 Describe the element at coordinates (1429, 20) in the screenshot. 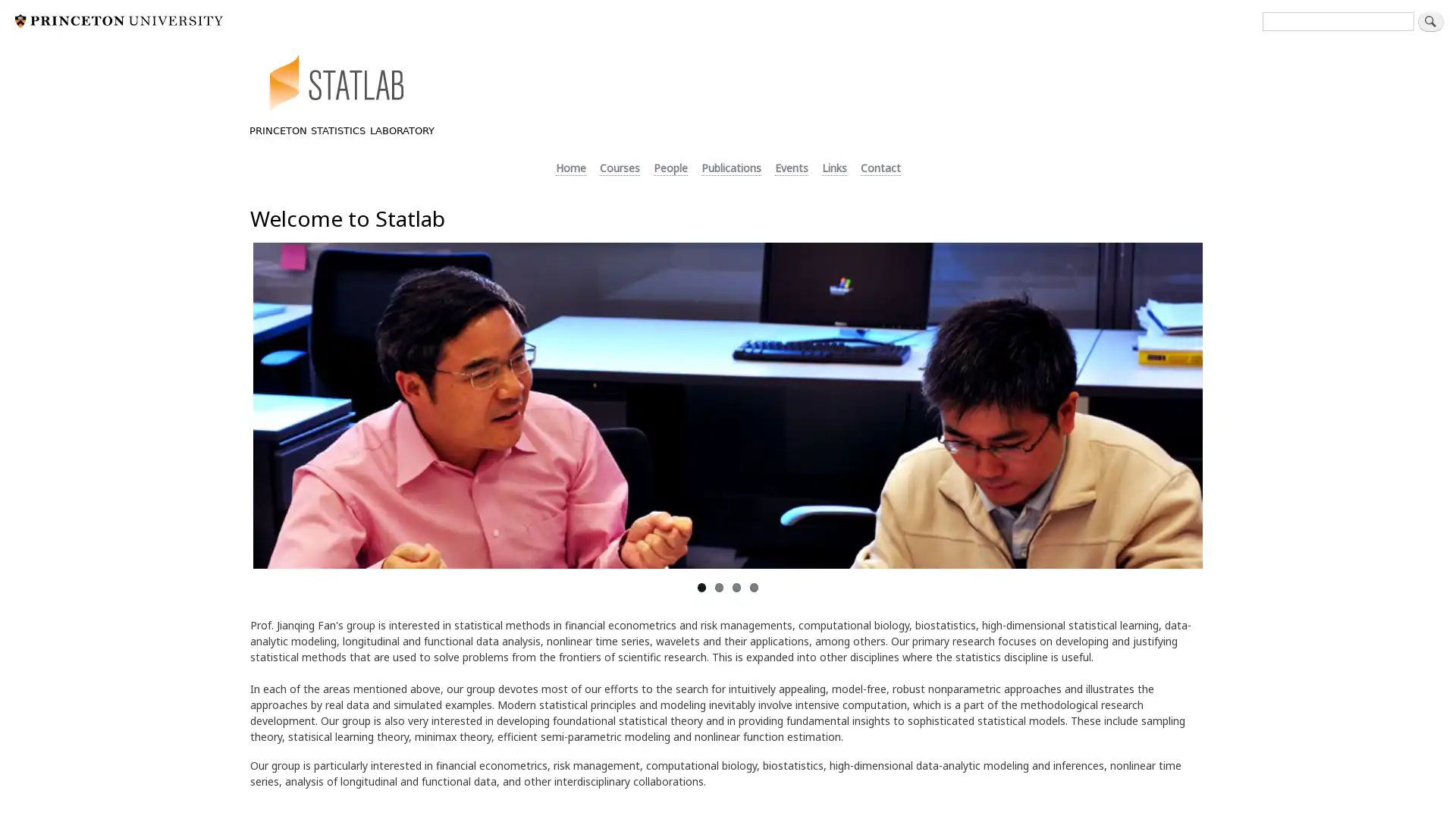

I see `Search` at that location.